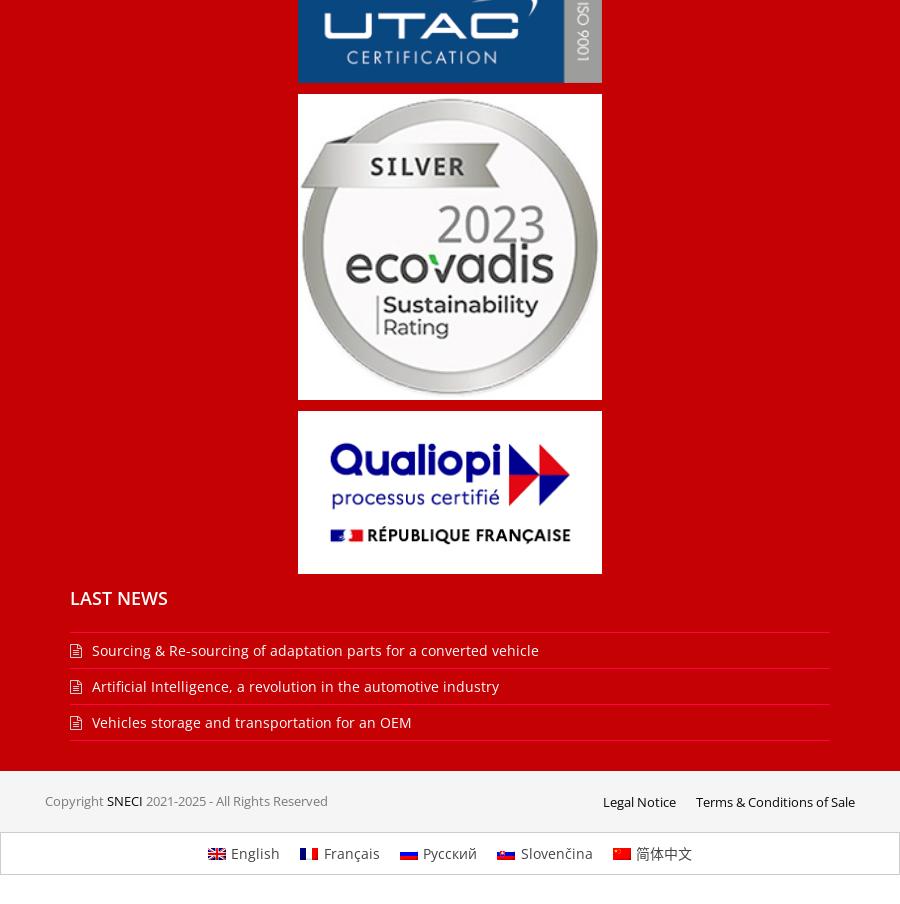  I want to click on '2021-2025 - All Rights Reserved', so click(234, 800).